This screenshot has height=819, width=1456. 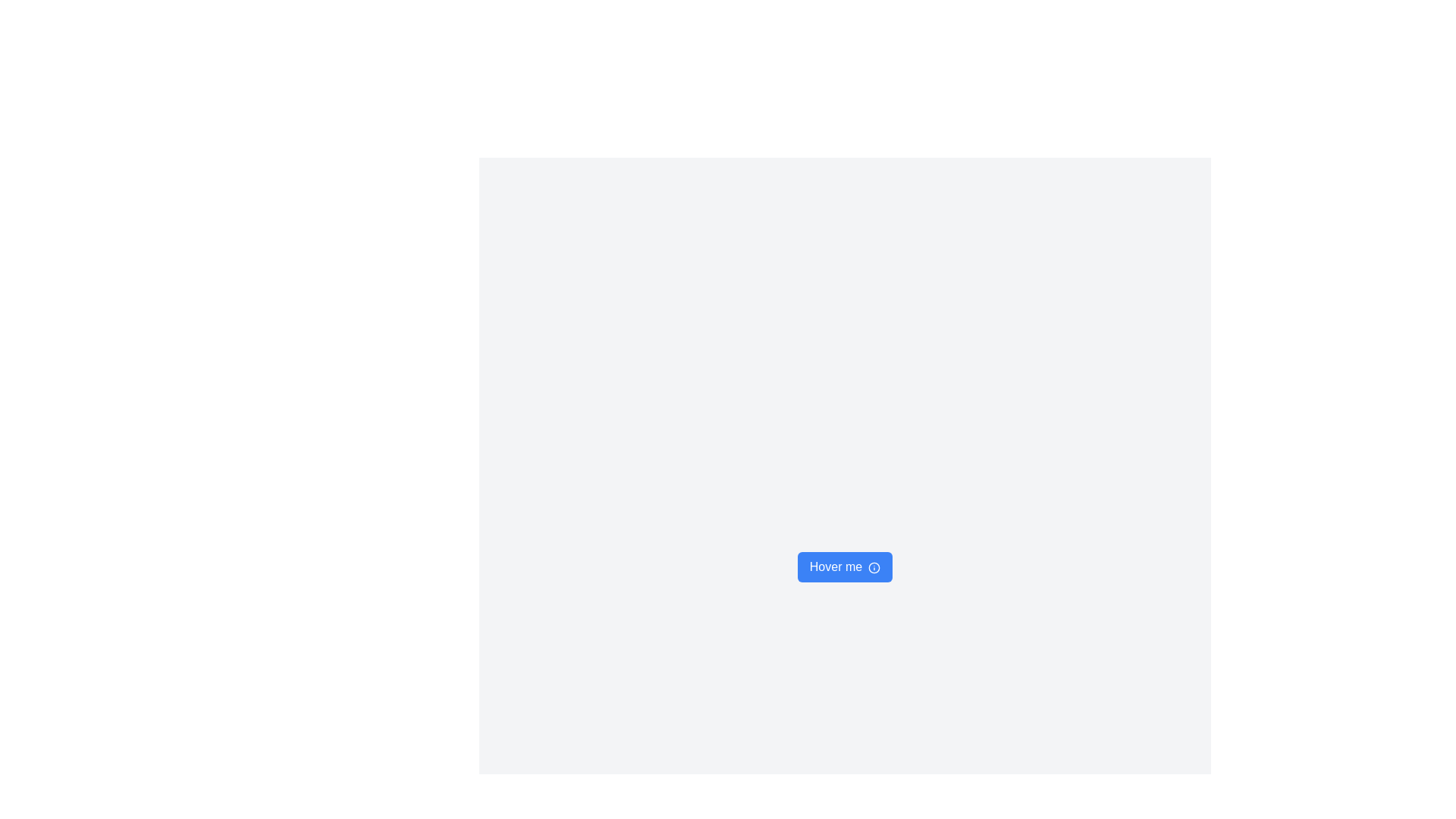 I want to click on the information icon located to the right of the 'Hover me' text in the blue button, so click(x=874, y=567).